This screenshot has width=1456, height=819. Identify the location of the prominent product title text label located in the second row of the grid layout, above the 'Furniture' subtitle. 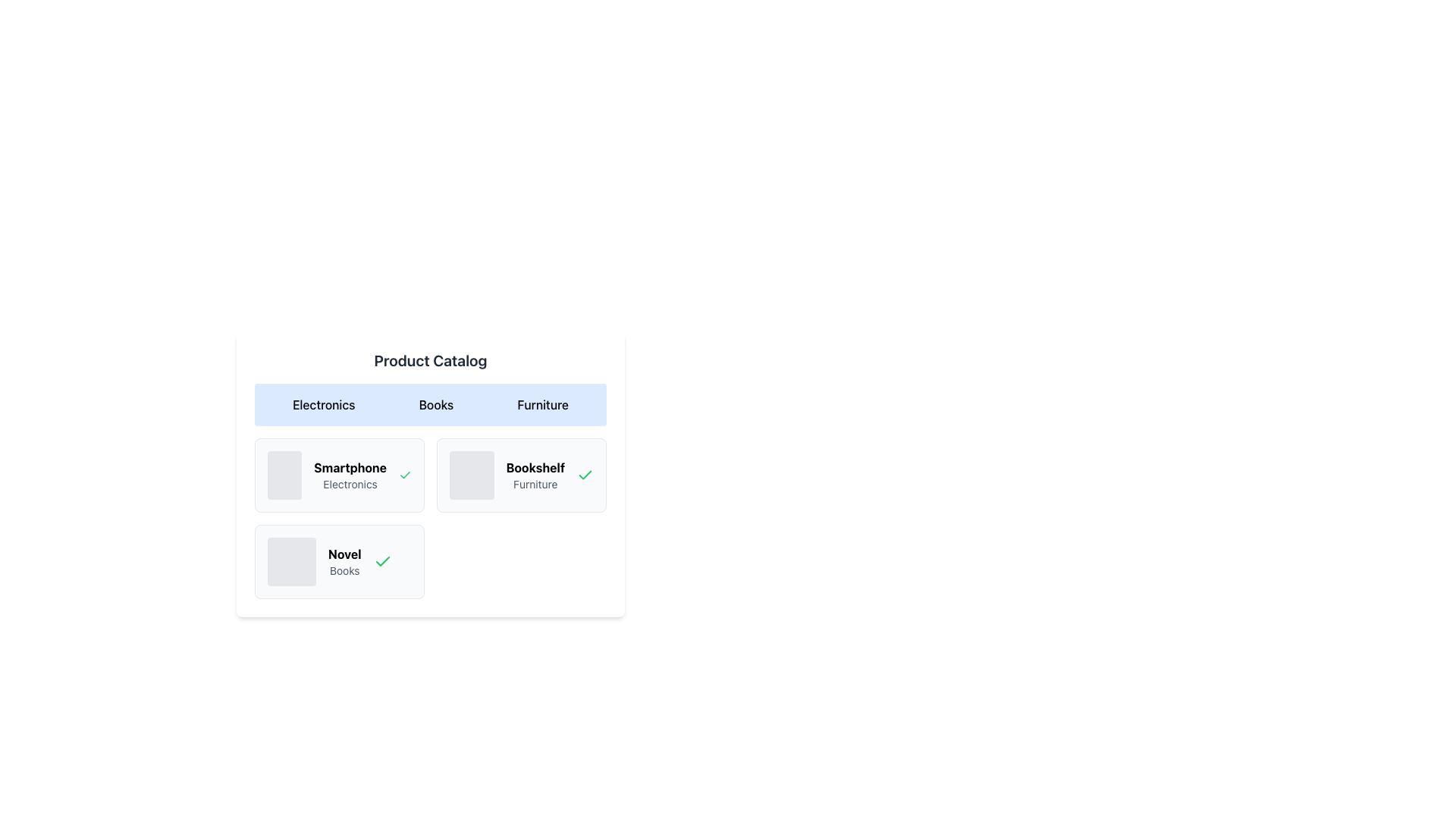
(535, 467).